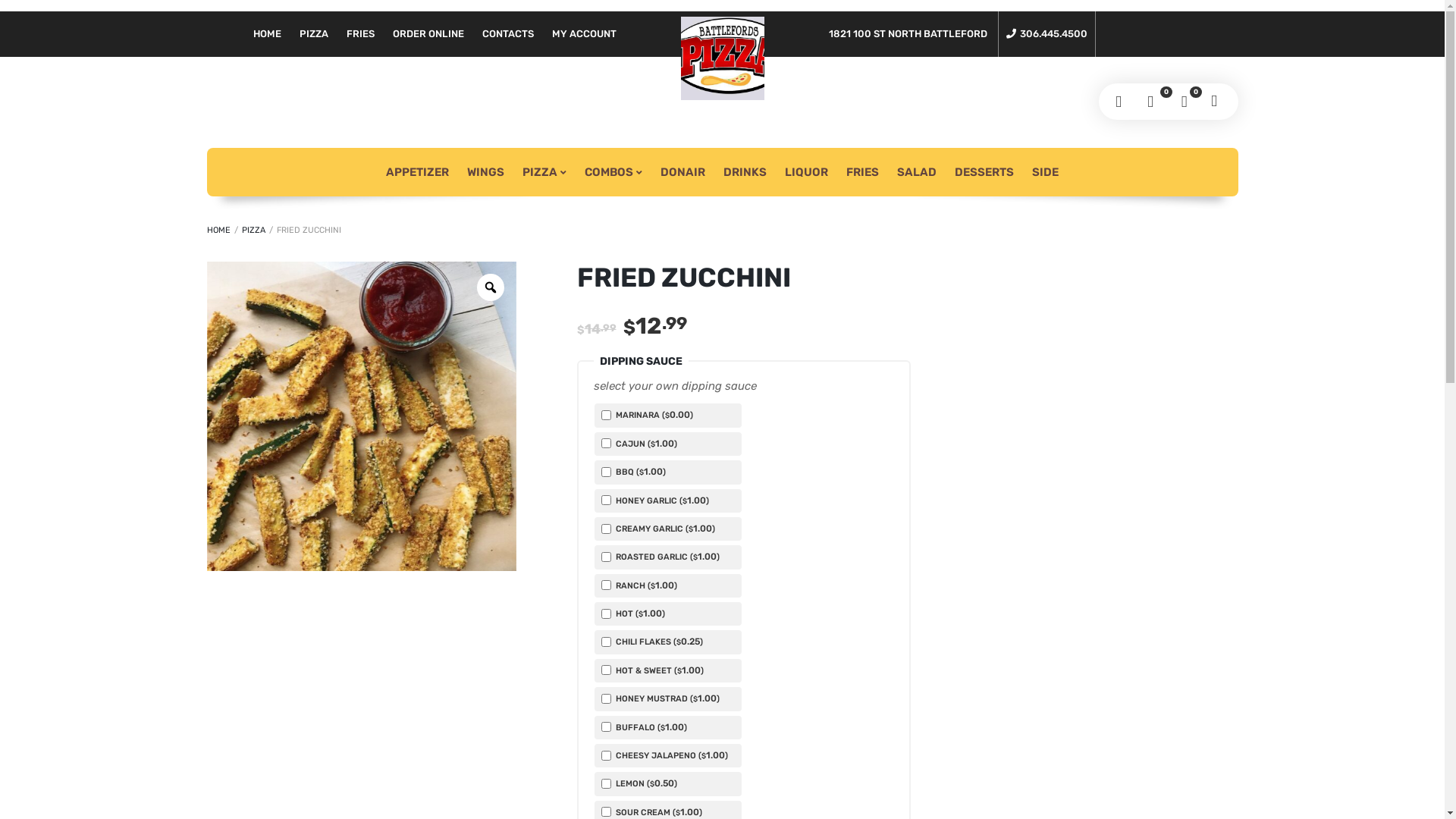  Describe the element at coordinates (359, 34) in the screenshot. I see `'FRIES'` at that location.